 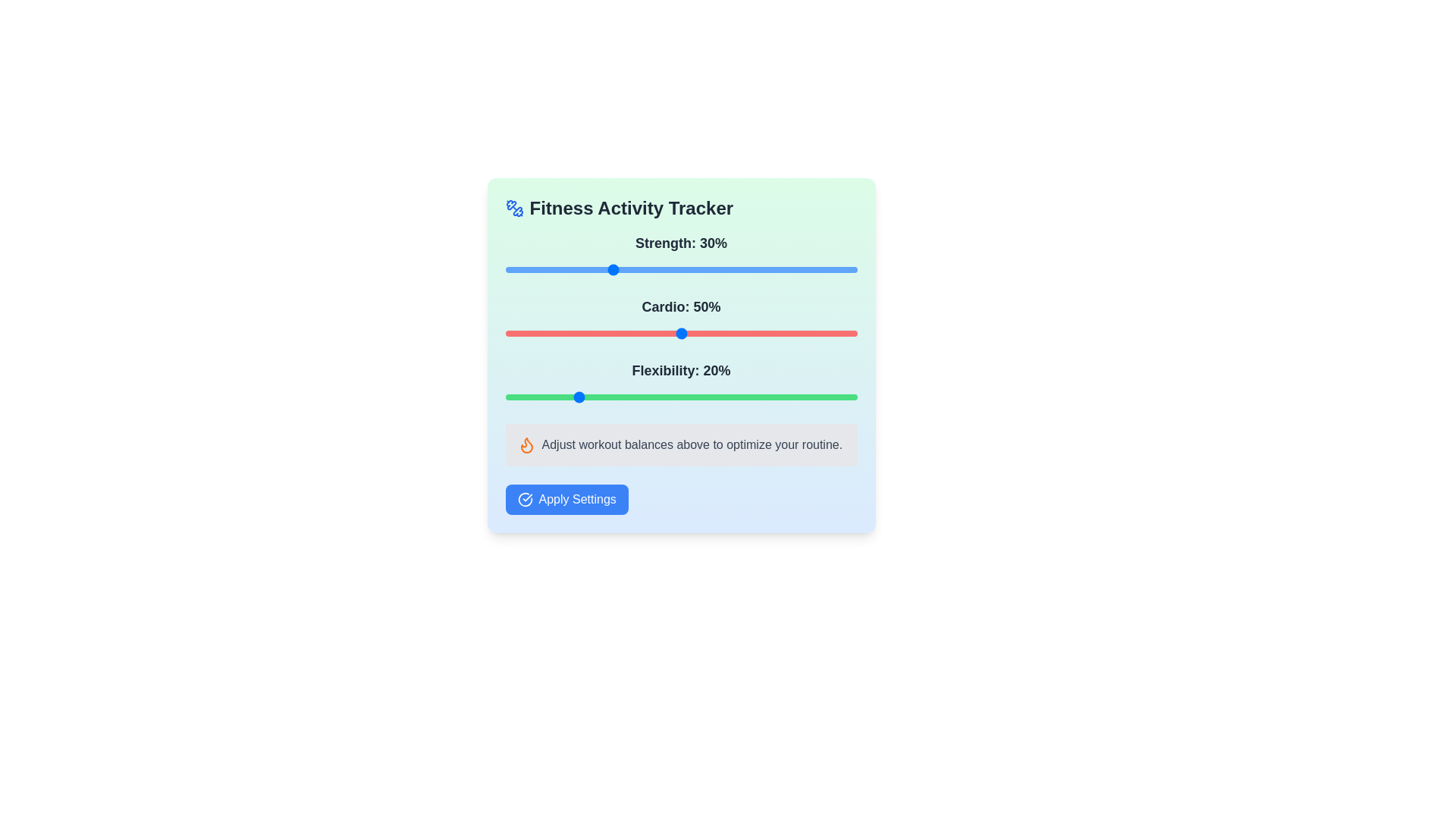 I want to click on the flexibility level, so click(x=519, y=397).